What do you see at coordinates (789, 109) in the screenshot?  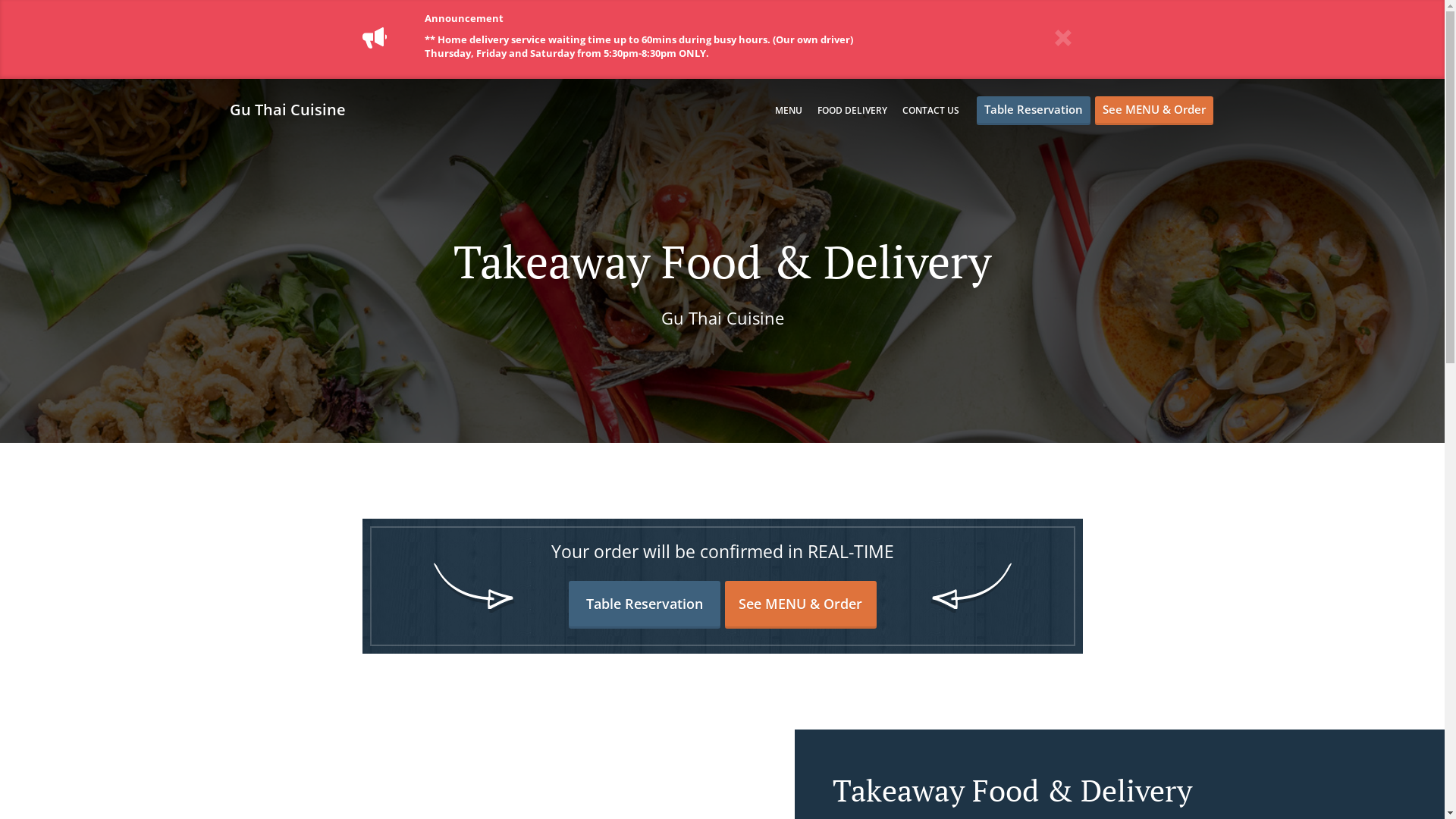 I see `'MENU'` at bounding box center [789, 109].